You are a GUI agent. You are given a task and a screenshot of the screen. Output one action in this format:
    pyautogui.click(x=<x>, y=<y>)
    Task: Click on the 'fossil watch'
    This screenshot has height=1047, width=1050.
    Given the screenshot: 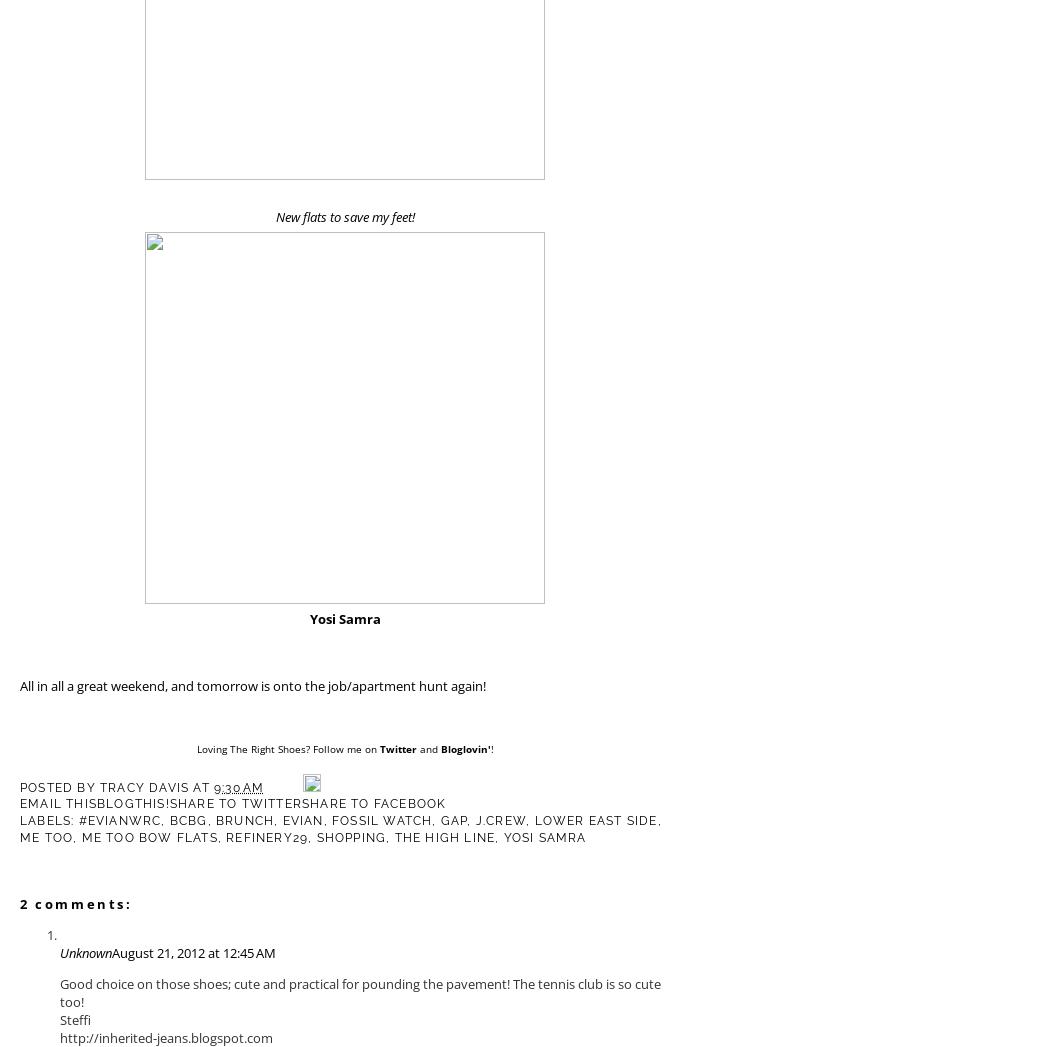 What is the action you would take?
    pyautogui.click(x=381, y=820)
    